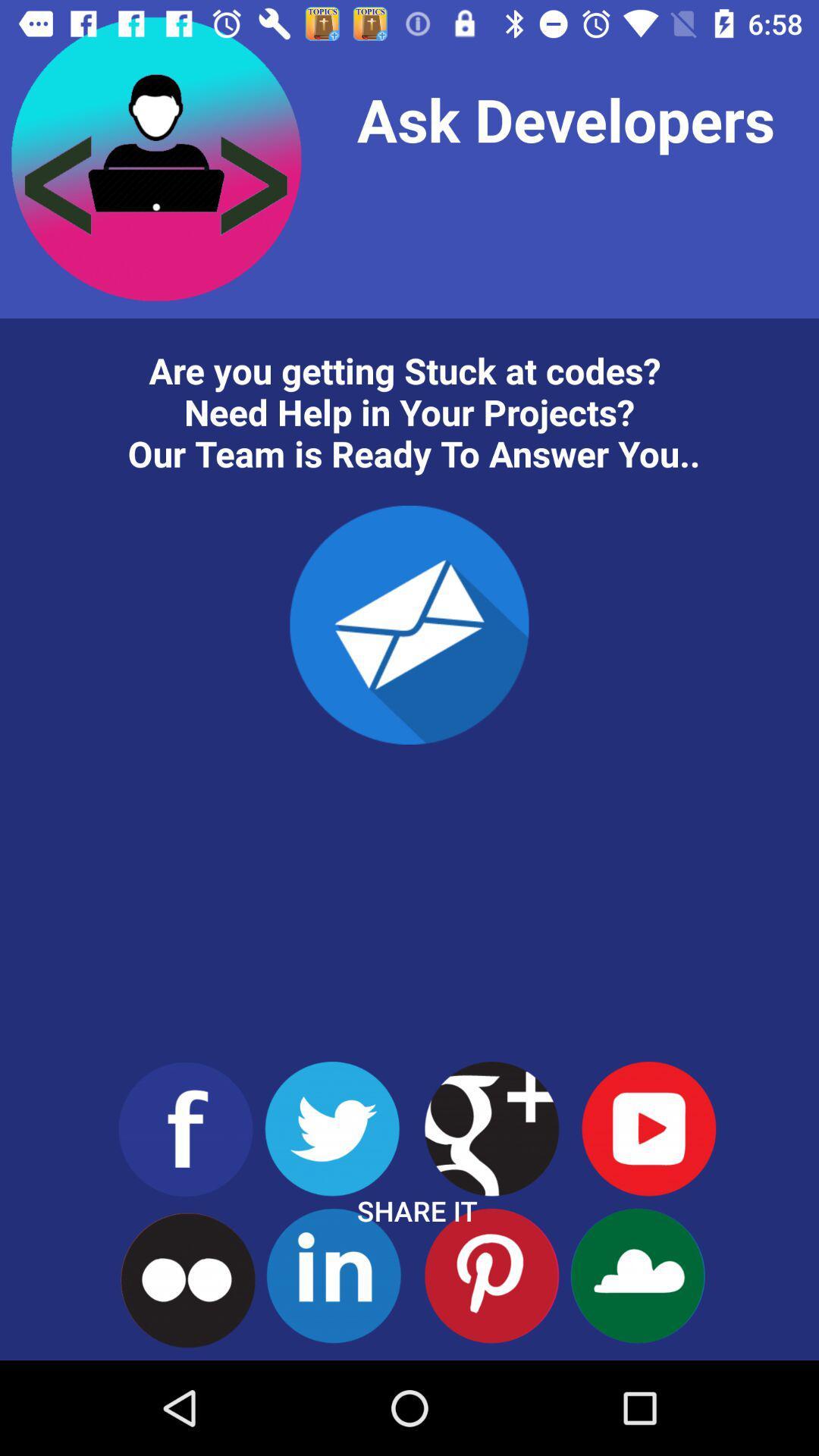  I want to click on item at the center, so click(409, 625).